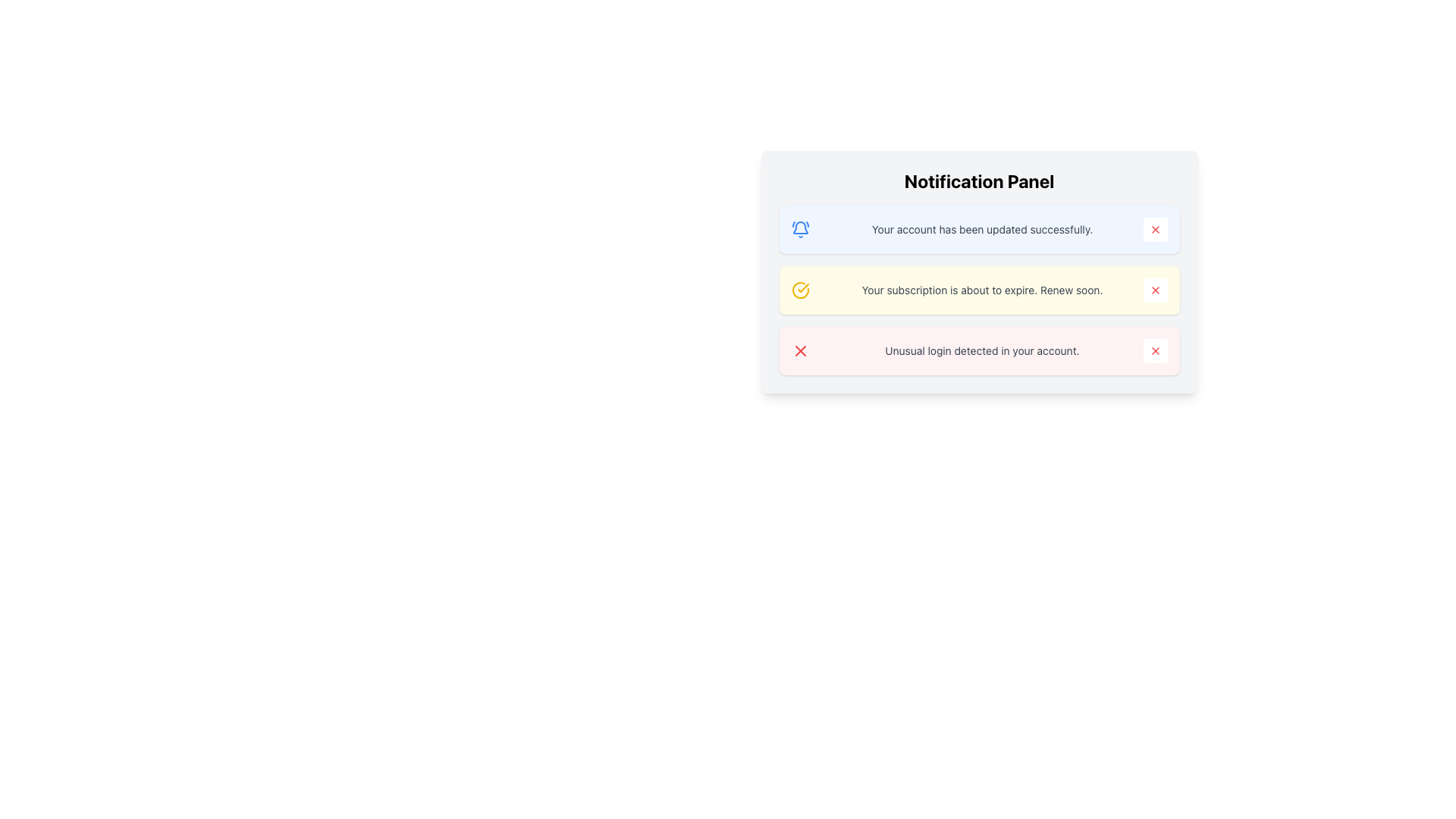 The width and height of the screenshot is (1456, 819). What do you see at coordinates (799, 290) in the screenshot?
I see `the circular yellow icon with a checkmark that indicates visual confirmation, located to the left of the message 'Your subscription is about to expire. Renew soon.' in the second notification message` at bounding box center [799, 290].